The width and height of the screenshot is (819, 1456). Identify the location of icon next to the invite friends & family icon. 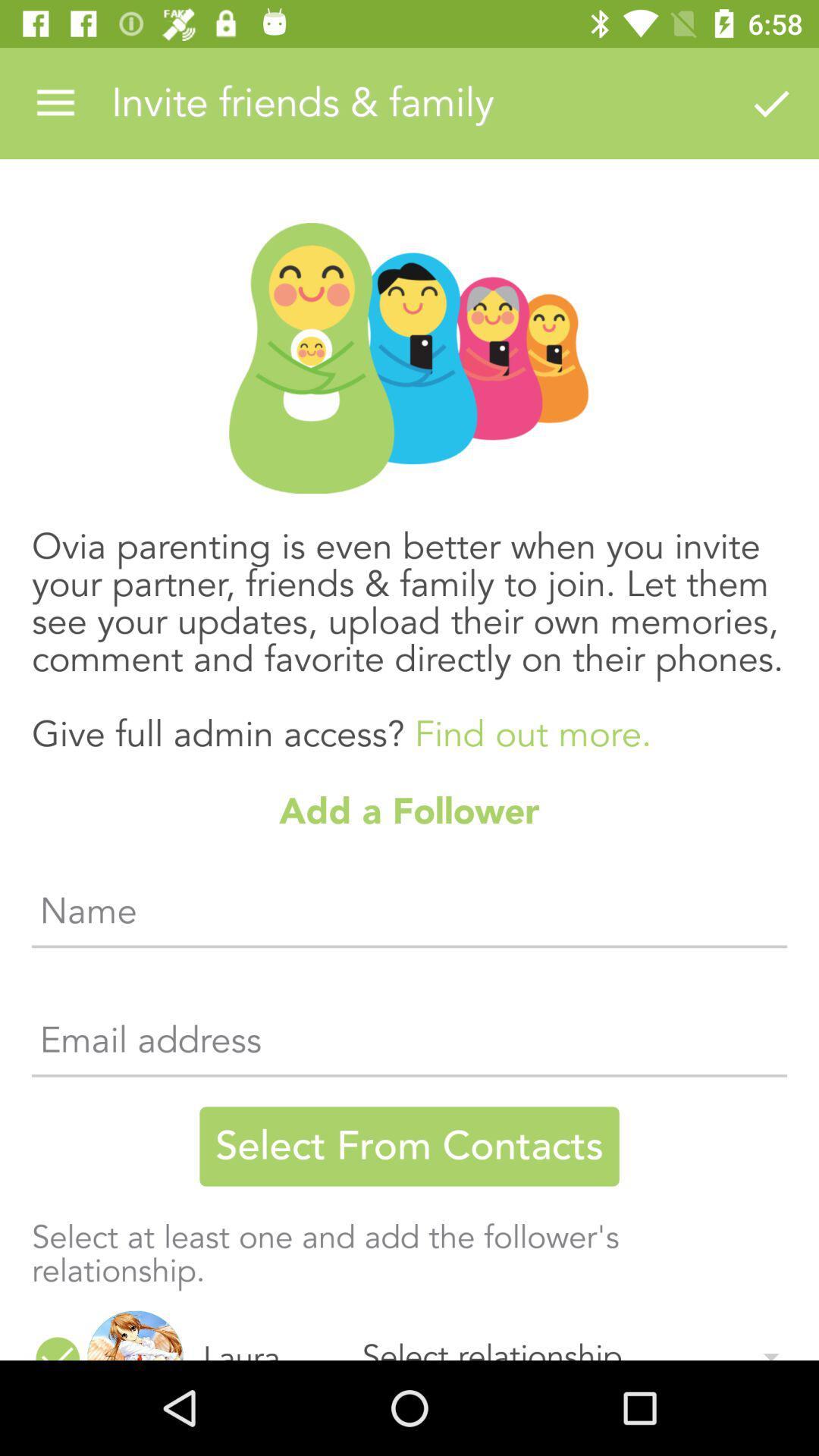
(771, 102).